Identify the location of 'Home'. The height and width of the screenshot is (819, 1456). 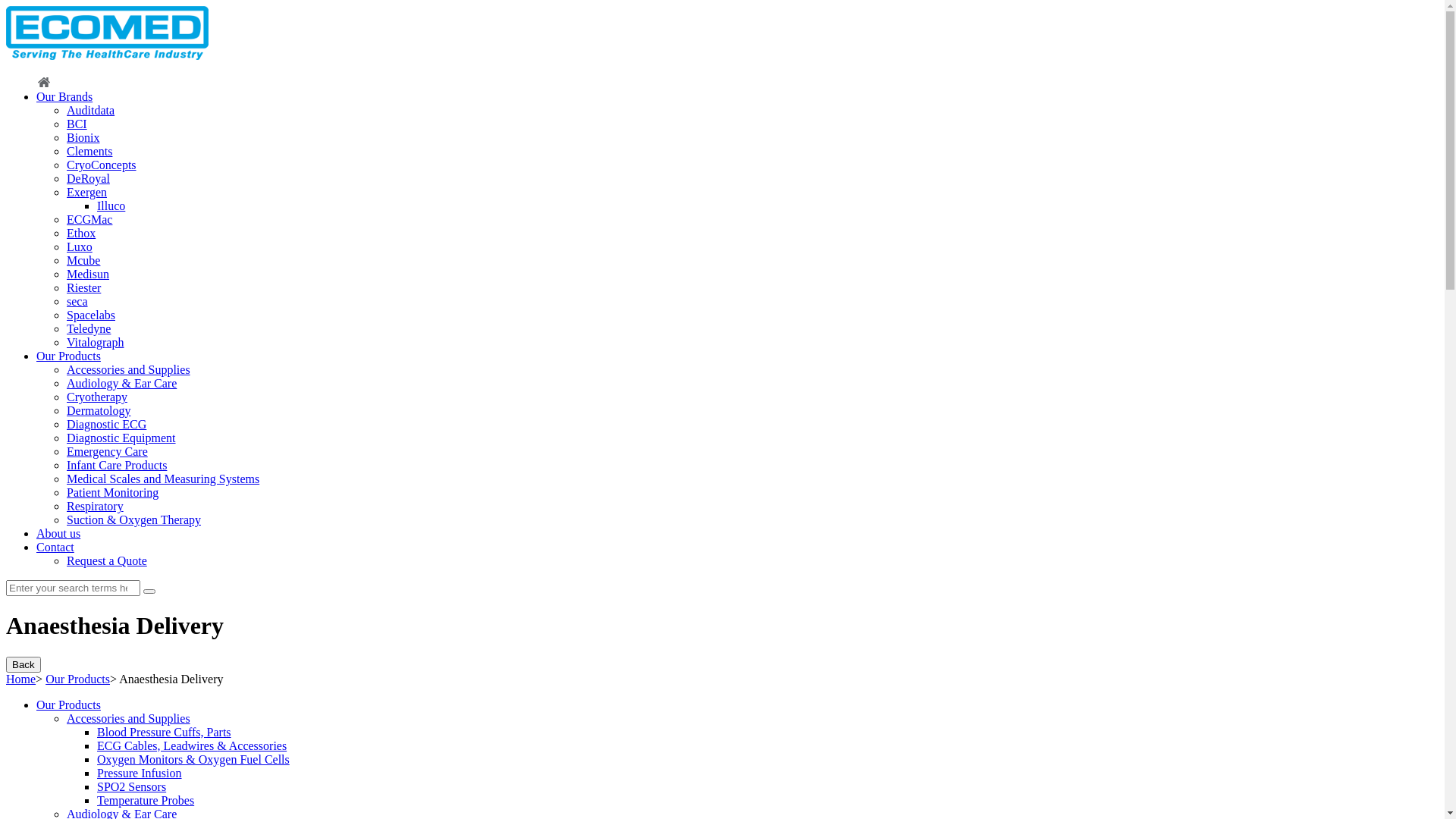
(20, 678).